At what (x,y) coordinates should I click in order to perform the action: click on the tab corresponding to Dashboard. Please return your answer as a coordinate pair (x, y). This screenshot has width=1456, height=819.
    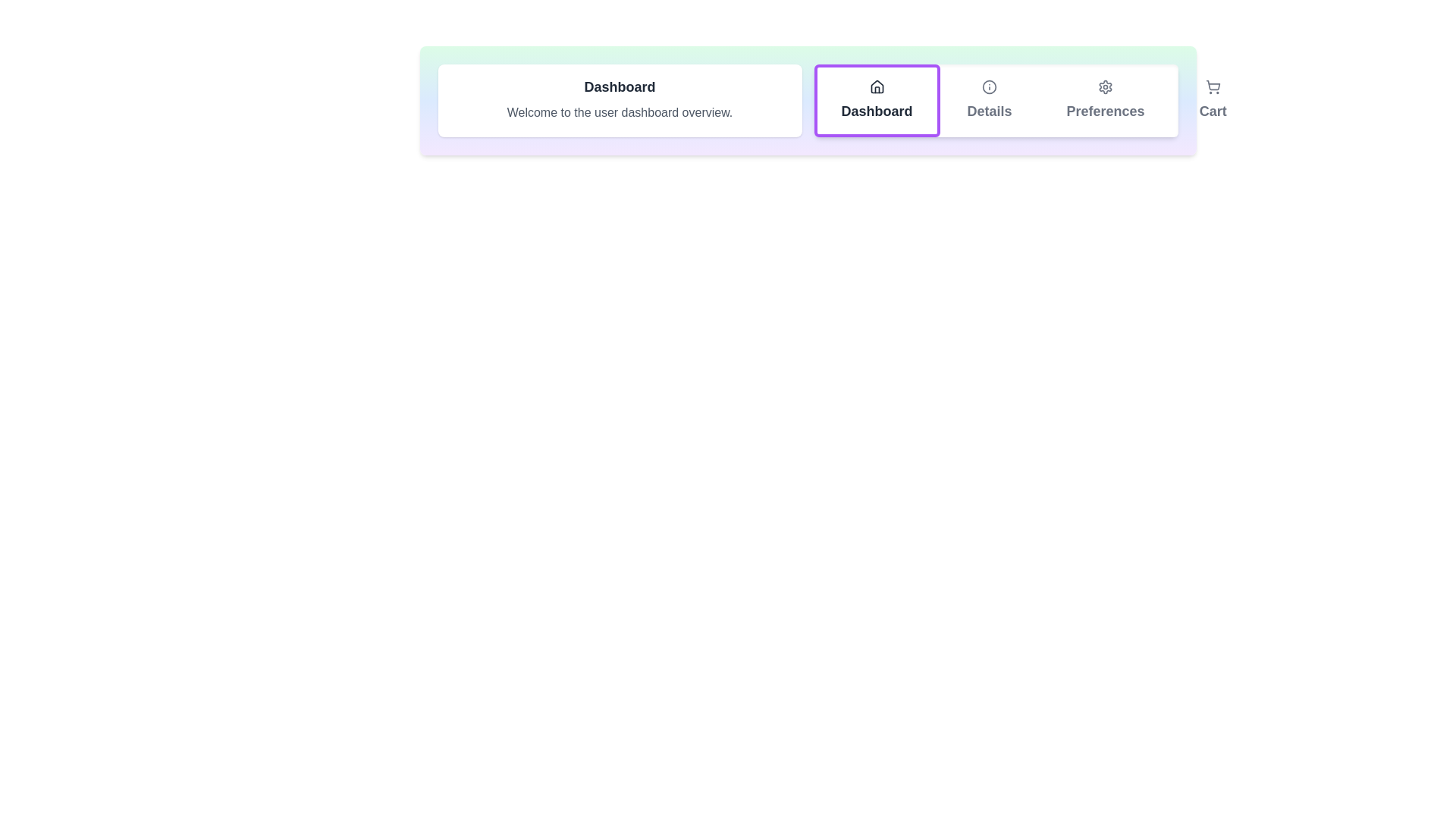
    Looking at the image, I should click on (877, 100).